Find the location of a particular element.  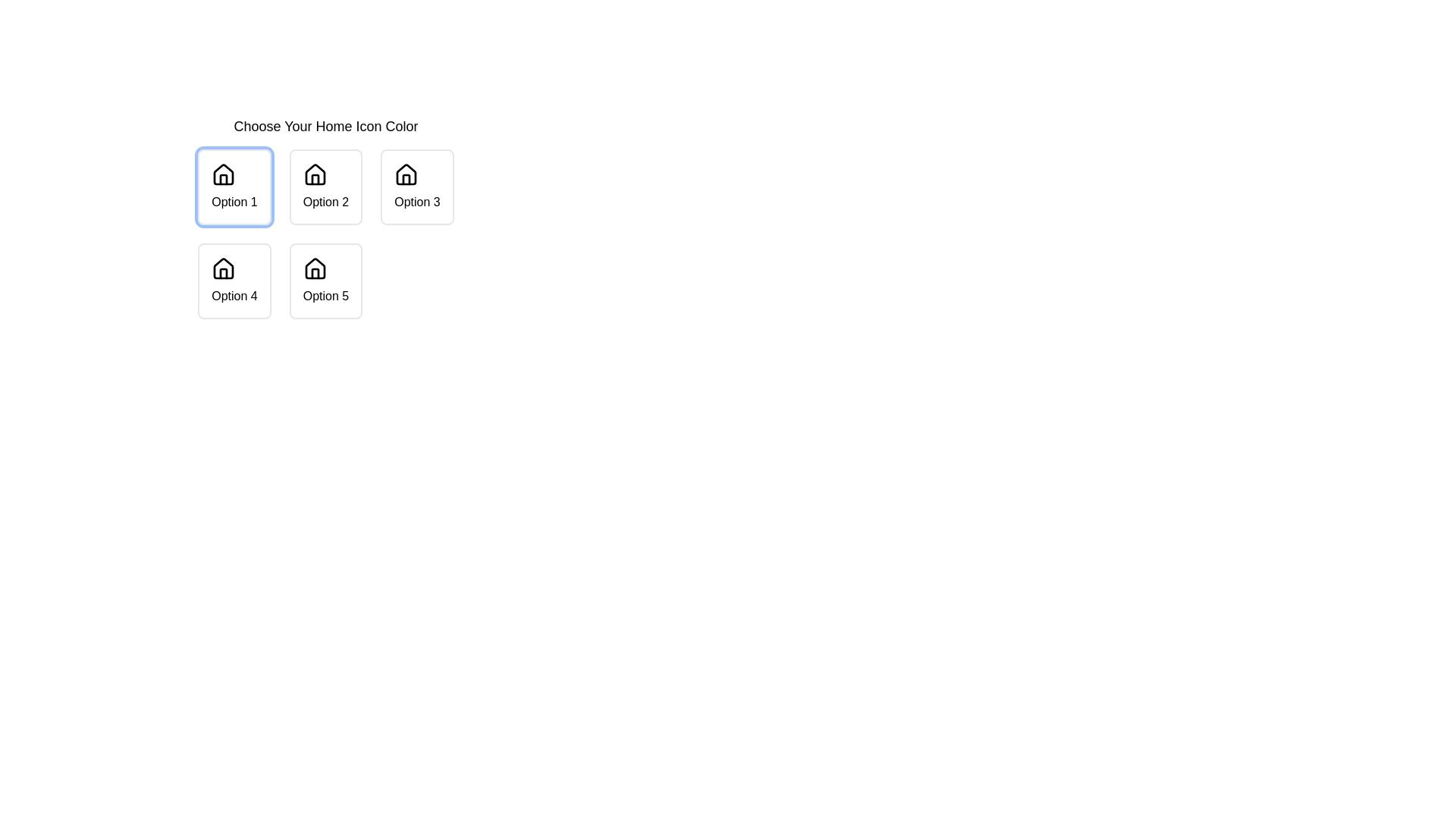

the 'Option 3' icon, which represents a house-related theme in the selection interface, located in the grid layout above the text 'Option 3' is located at coordinates (406, 174).